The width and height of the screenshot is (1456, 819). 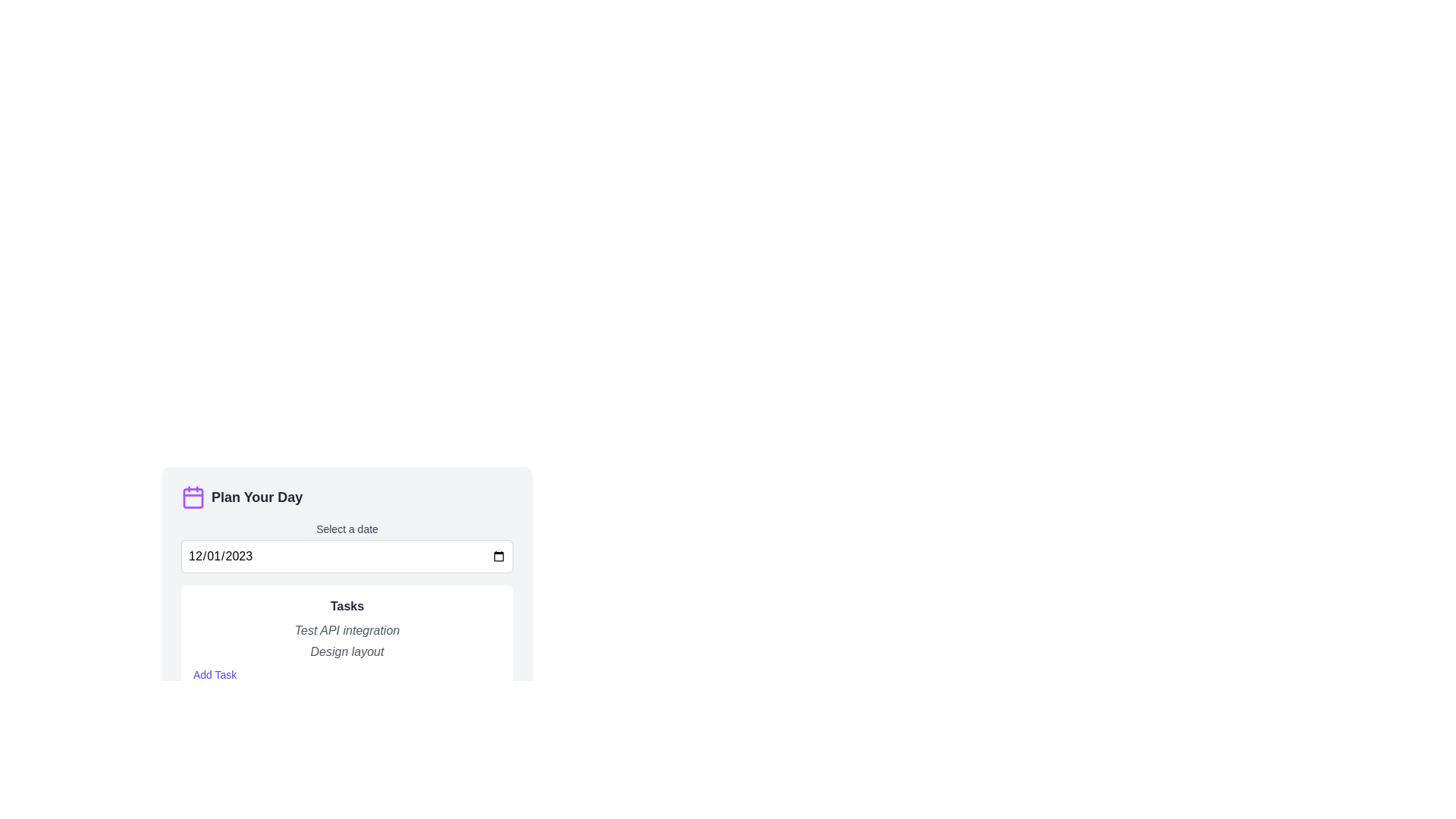 I want to click on text from the header or title of the task list located inside the white background card, positioned at the top, below the date selection field, so click(x=346, y=605).